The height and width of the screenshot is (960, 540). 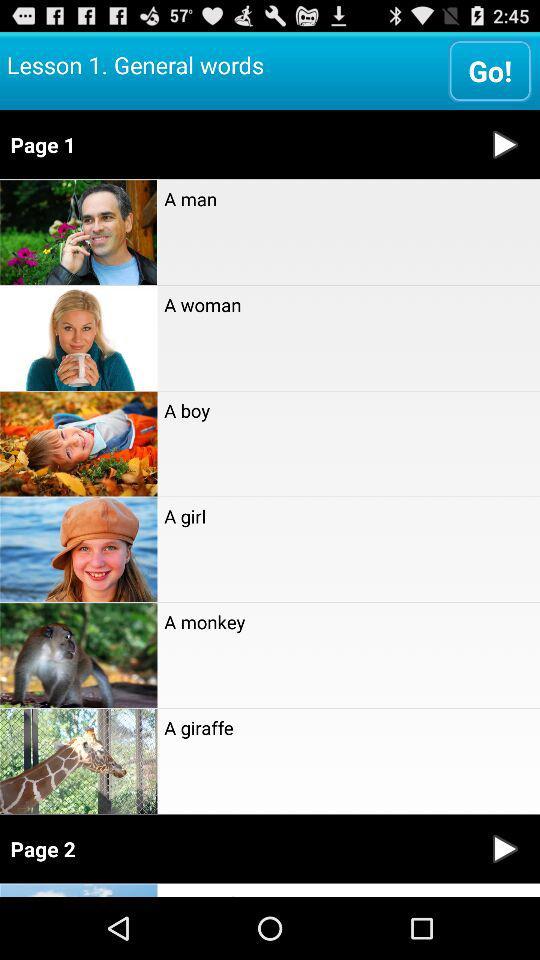 I want to click on a giraffe, so click(x=347, y=726).